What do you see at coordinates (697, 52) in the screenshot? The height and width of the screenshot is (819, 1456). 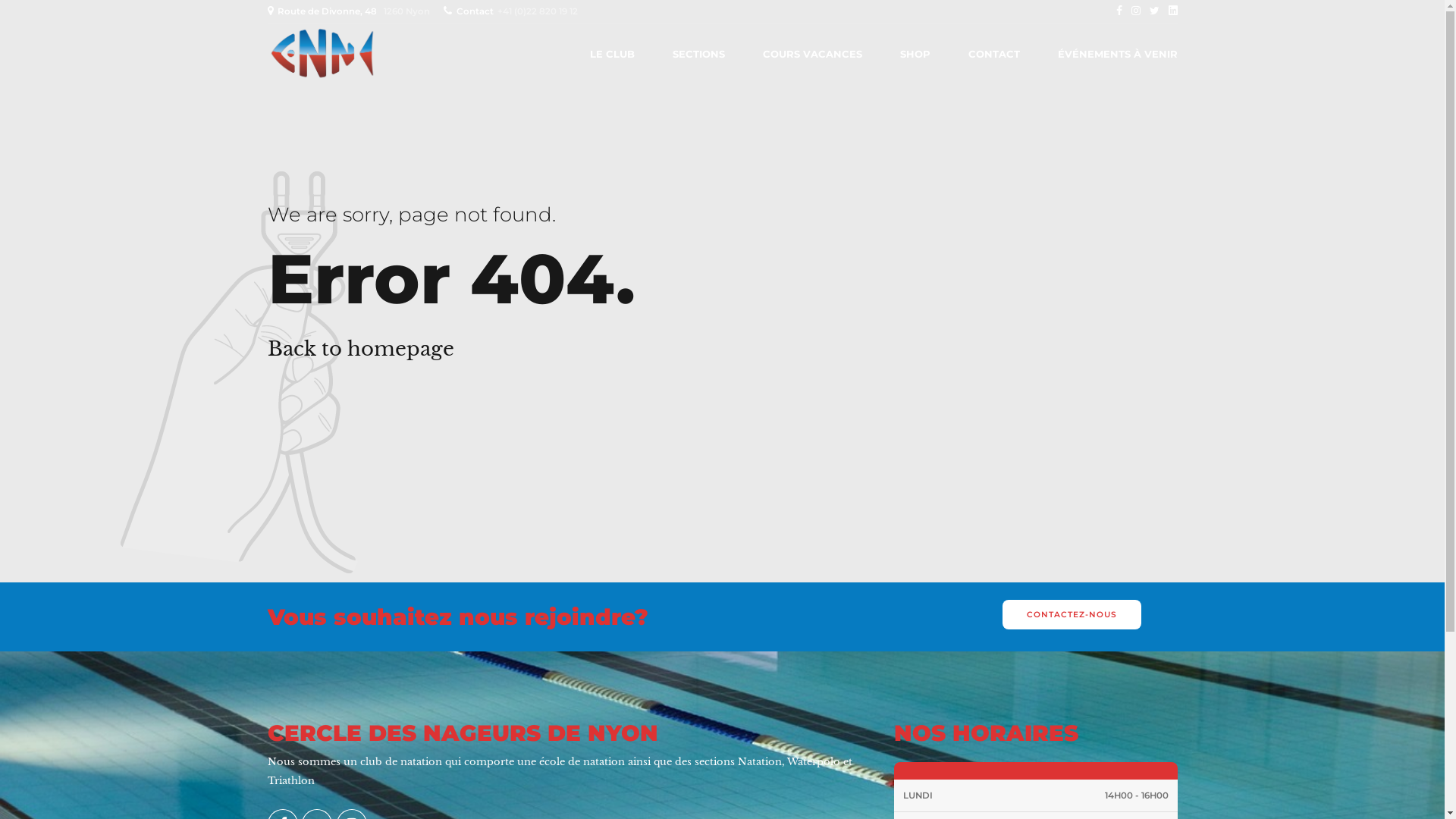 I see `'SECTIONS'` at bounding box center [697, 52].